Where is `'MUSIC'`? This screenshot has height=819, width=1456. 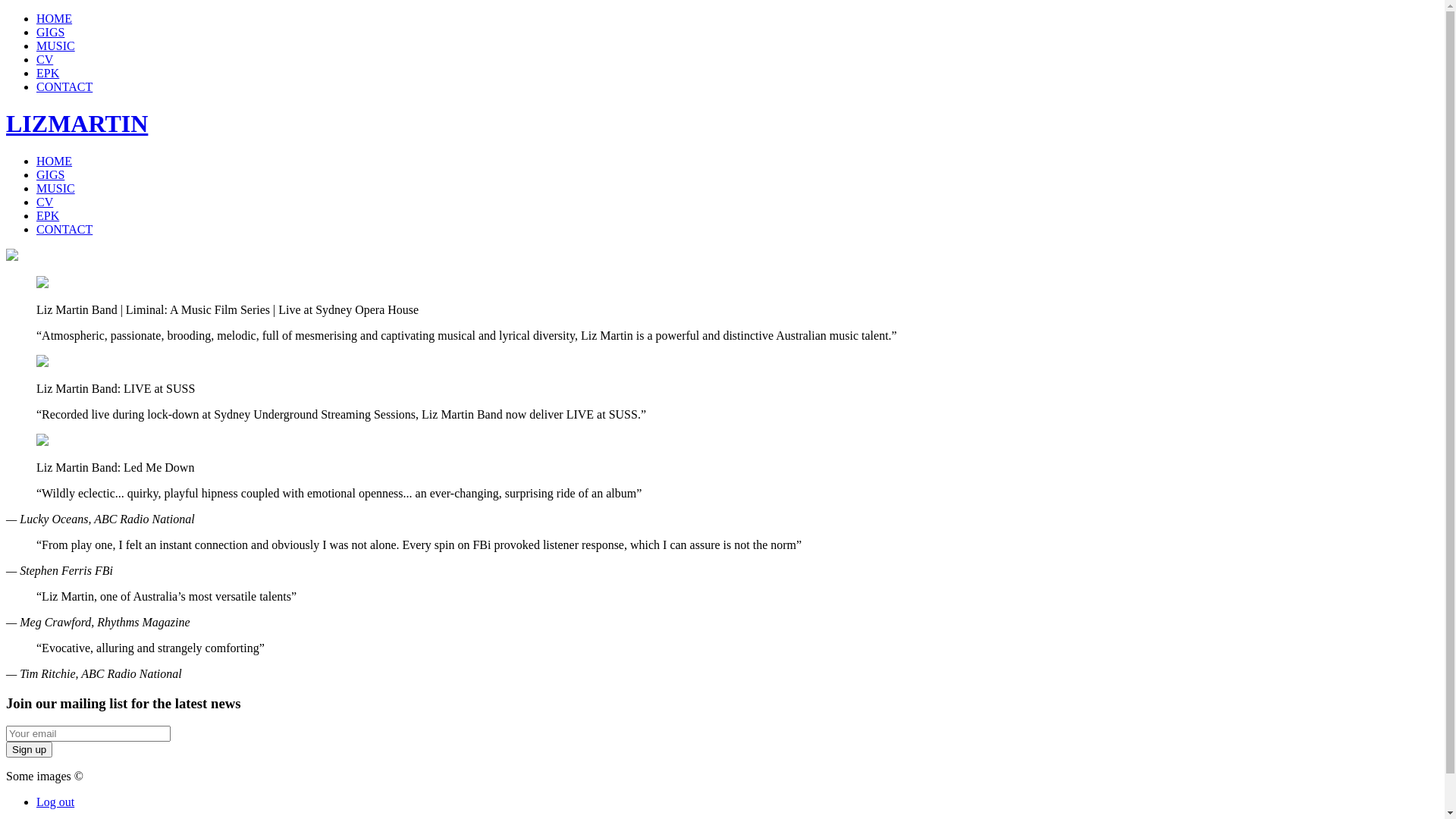 'MUSIC' is located at coordinates (55, 187).